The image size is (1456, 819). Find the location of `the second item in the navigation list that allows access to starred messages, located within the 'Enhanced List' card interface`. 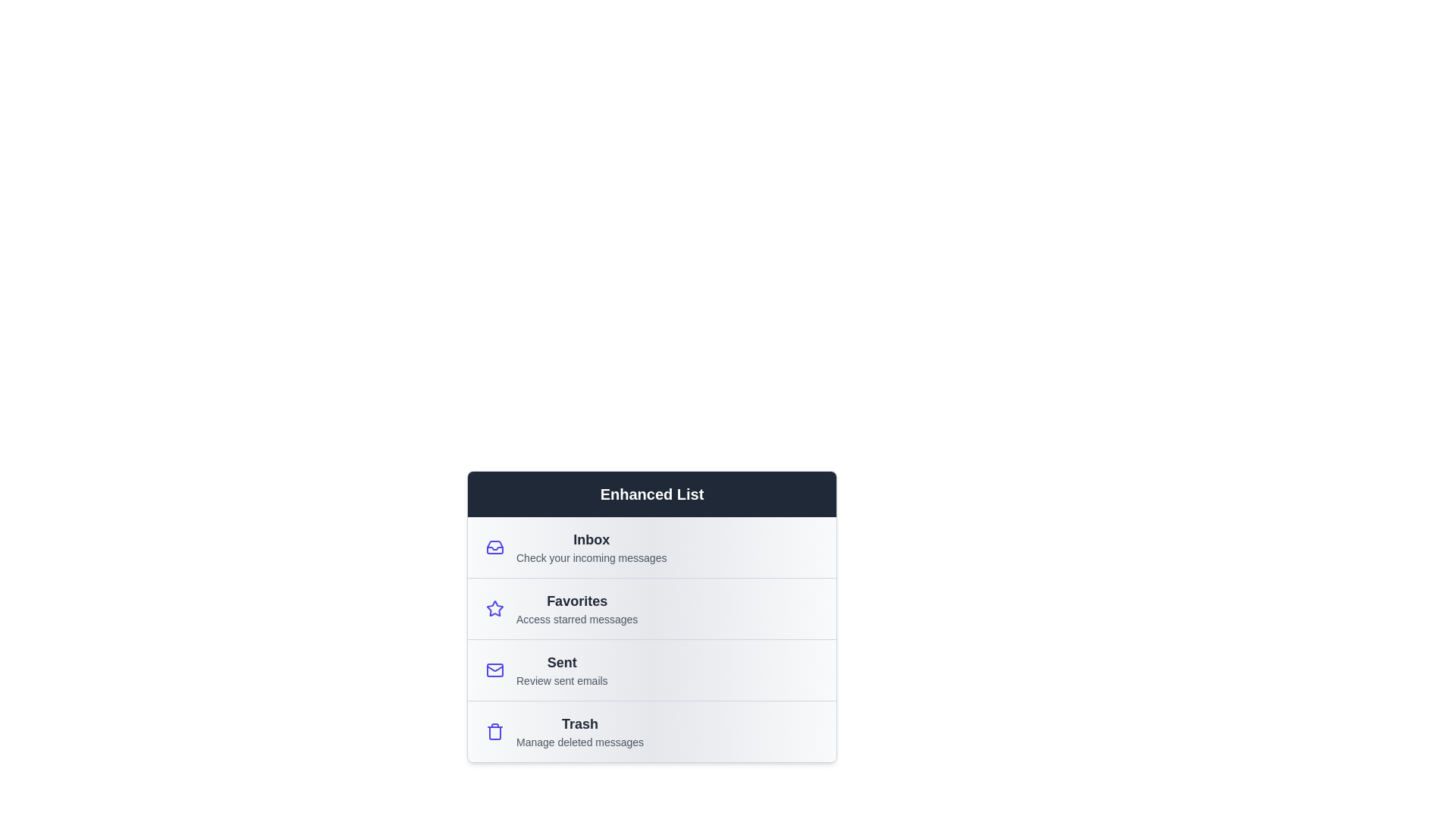

the second item in the navigation list that allows access to starred messages, located within the 'Enhanced List' card interface is located at coordinates (651, 611).